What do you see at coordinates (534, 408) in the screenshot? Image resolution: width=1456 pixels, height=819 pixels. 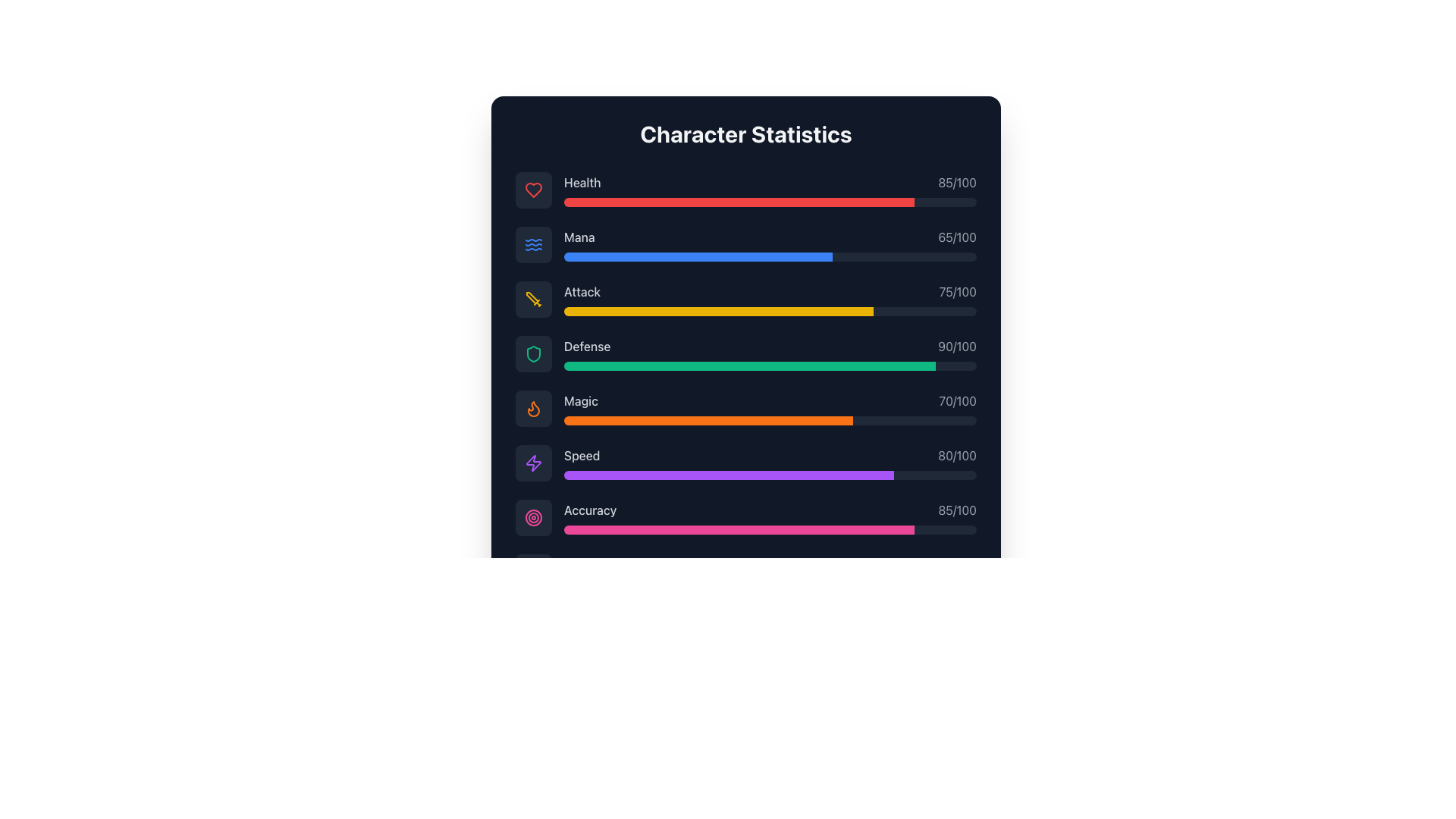 I see `the 'Magic' statistic icon, which is the third icon from the top in the vertical list on the left side of the interface` at bounding box center [534, 408].